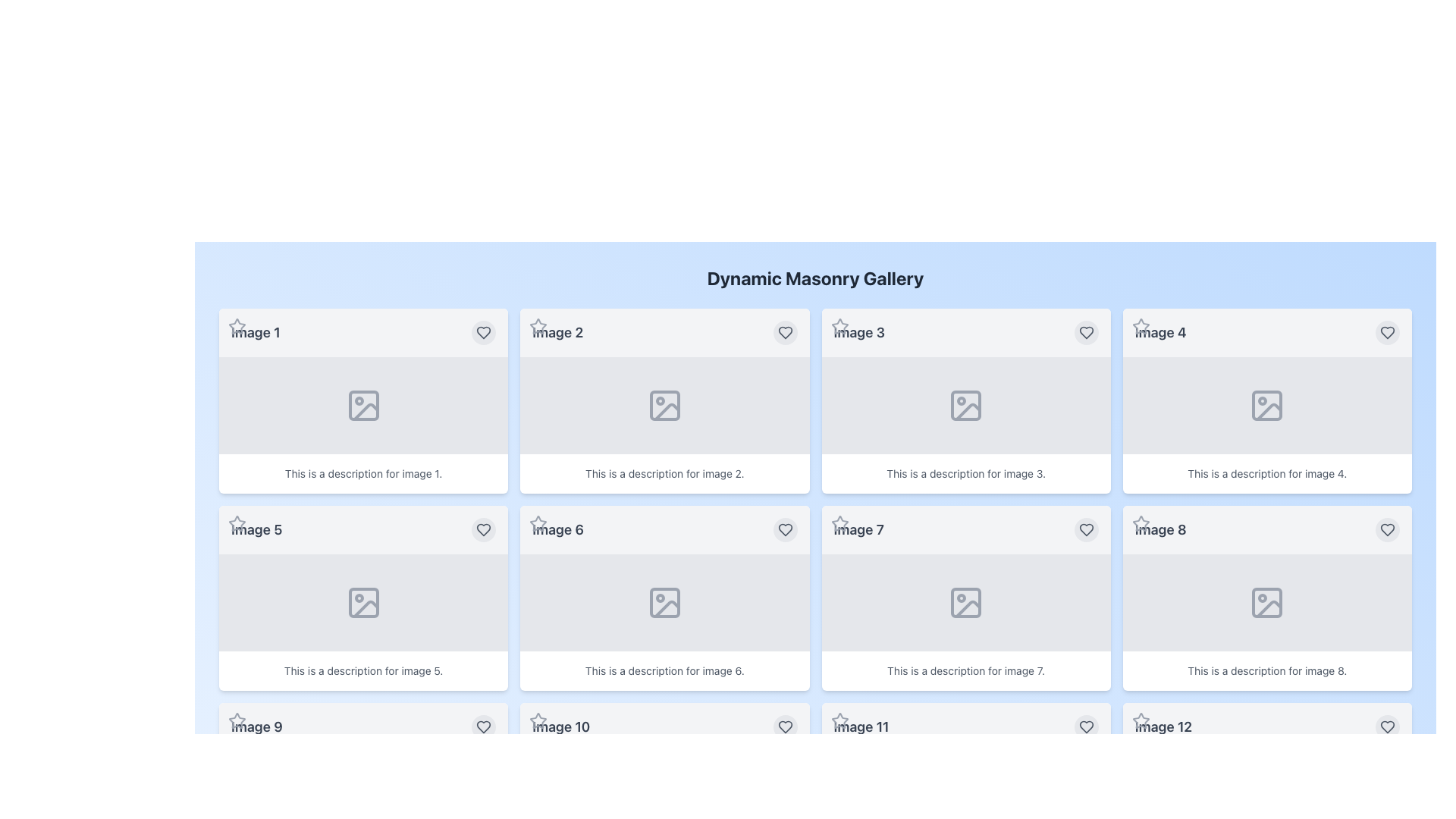  I want to click on text content of the title label for 'Image 8', which is located at the top-left corner of the fourth card in the second row of the gallery, so click(1159, 529).